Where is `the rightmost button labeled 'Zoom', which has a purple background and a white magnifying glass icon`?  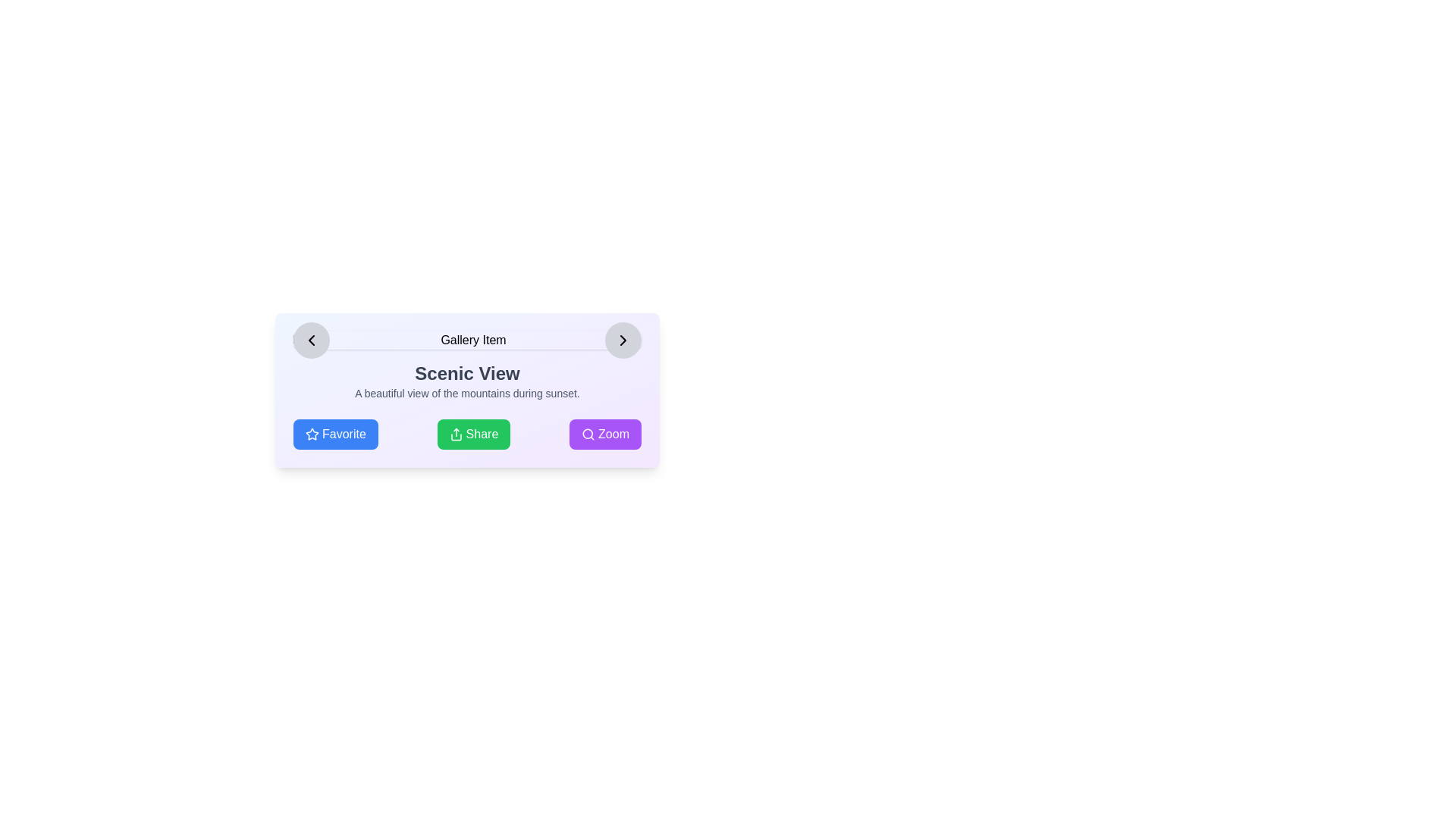 the rightmost button labeled 'Zoom', which has a purple background and a white magnifying glass icon is located at coordinates (604, 435).